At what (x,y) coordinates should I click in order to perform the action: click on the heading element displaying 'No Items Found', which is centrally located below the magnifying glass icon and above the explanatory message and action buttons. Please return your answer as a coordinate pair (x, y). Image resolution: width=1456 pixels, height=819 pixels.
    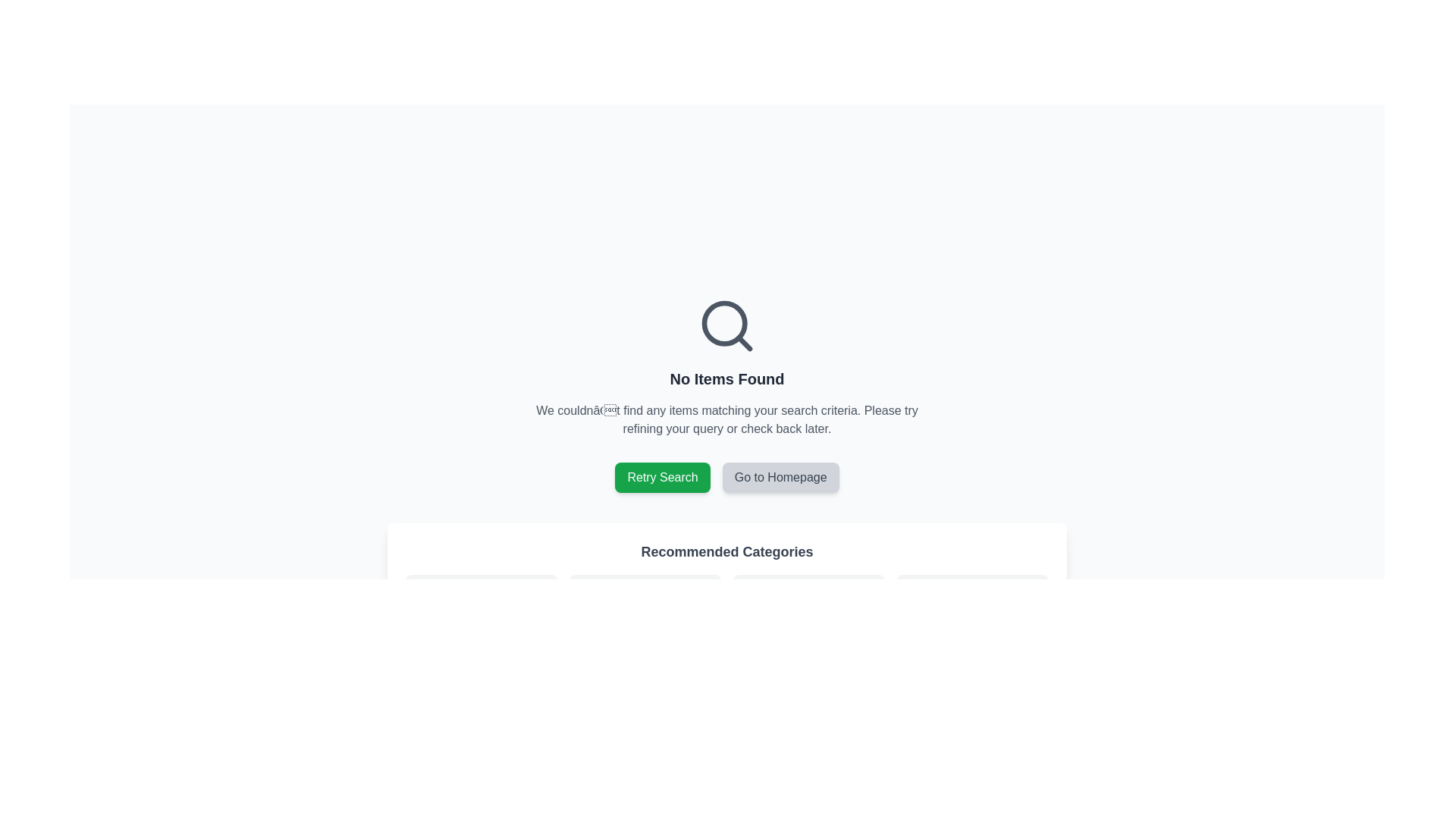
    Looking at the image, I should click on (726, 378).